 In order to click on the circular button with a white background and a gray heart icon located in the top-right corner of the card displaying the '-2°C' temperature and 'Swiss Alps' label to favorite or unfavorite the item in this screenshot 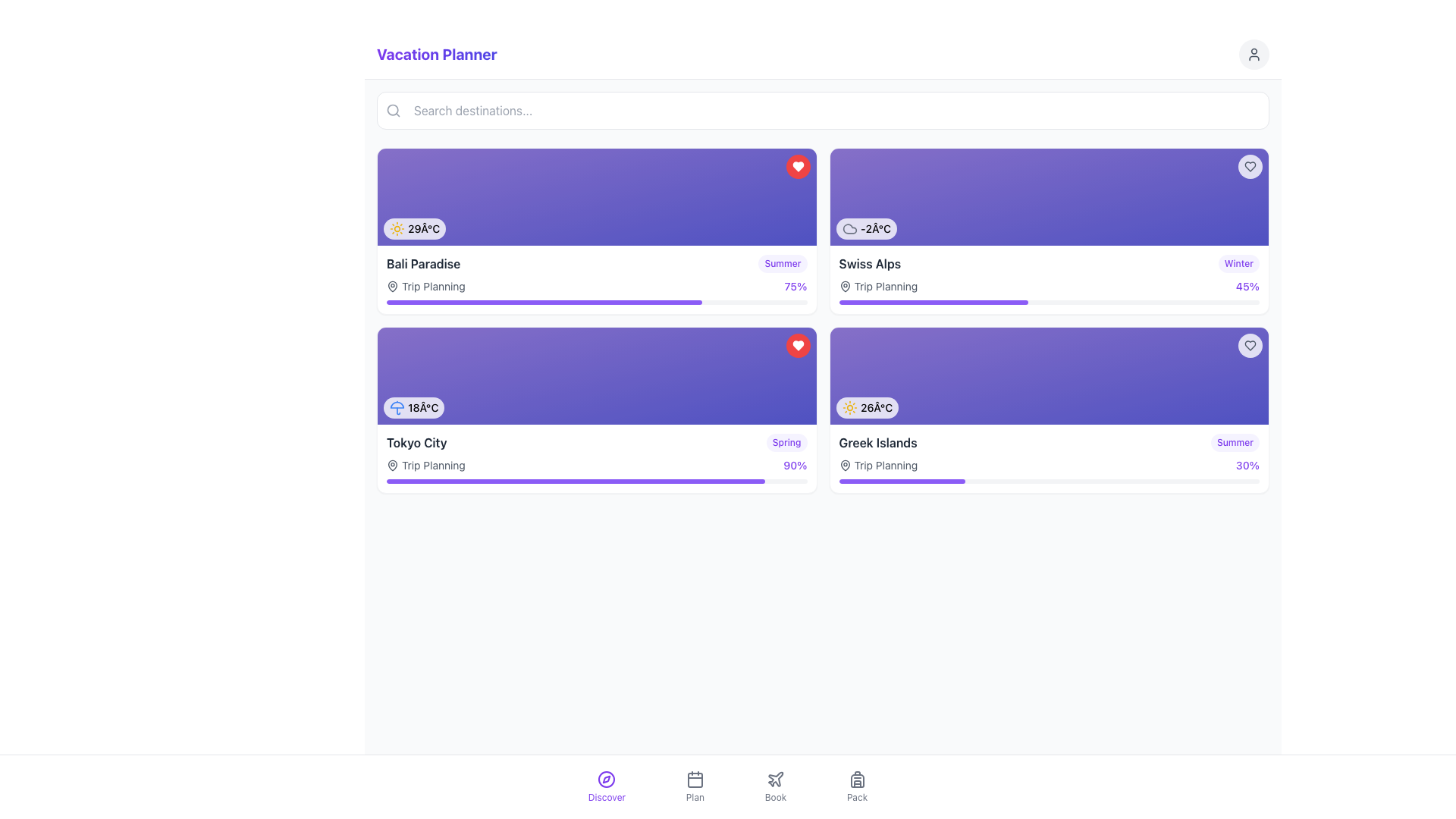, I will do `click(1250, 166)`.